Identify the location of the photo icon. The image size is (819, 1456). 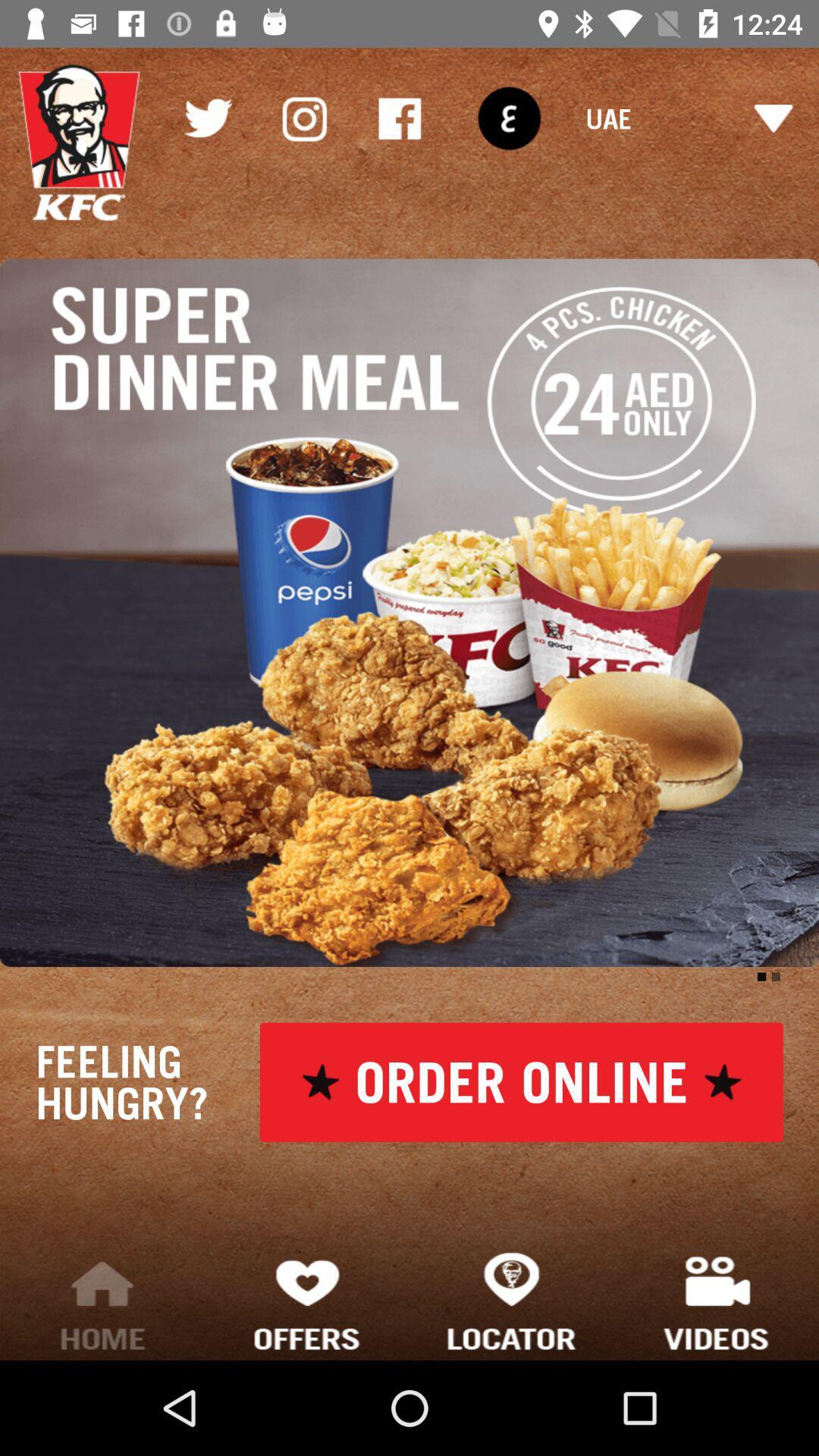
(303, 118).